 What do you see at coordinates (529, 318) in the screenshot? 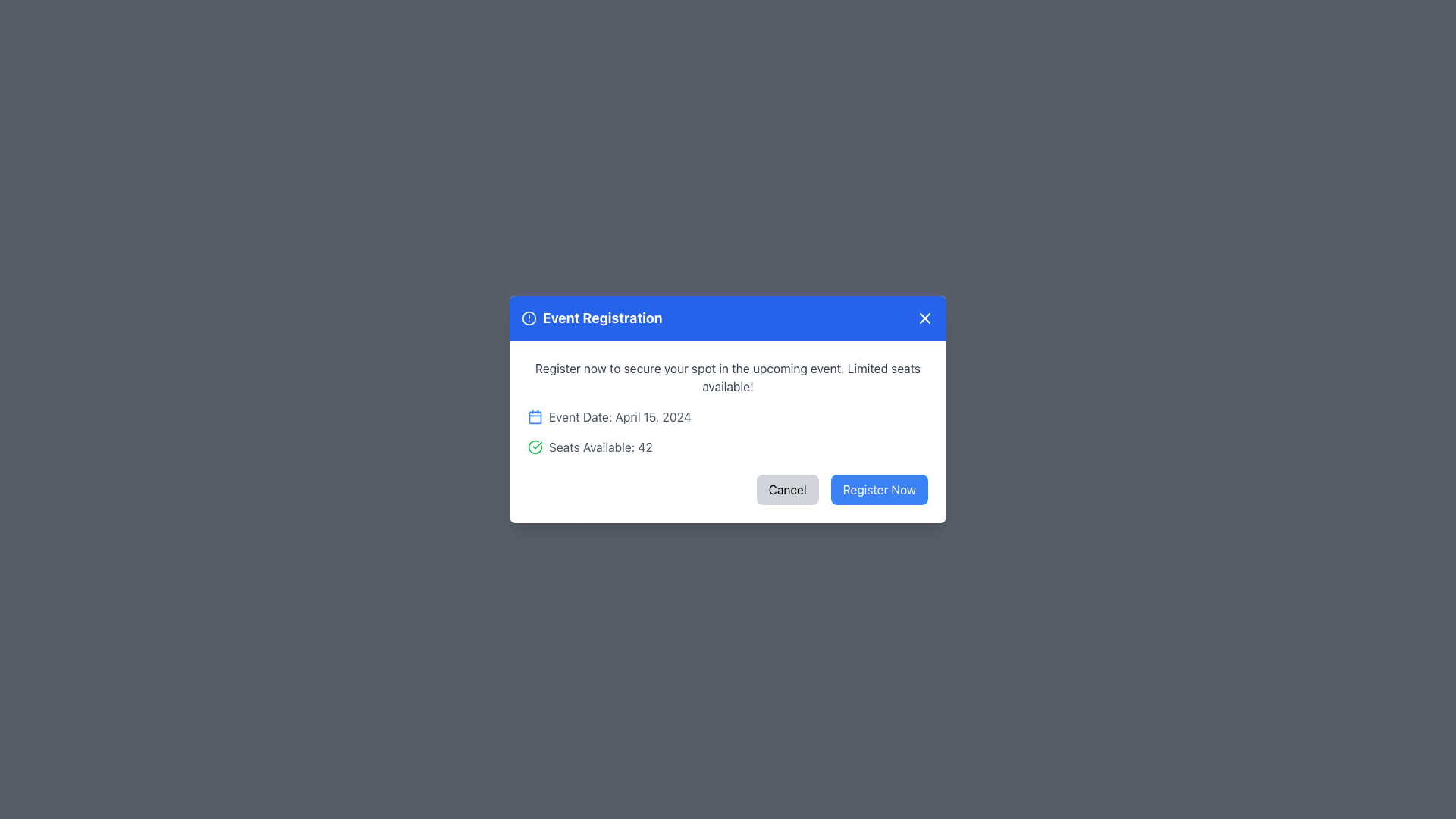
I see `the circular alert icon with a blue outline and white center, which is positioned to the left of the 'Event Registration' heading text` at bounding box center [529, 318].